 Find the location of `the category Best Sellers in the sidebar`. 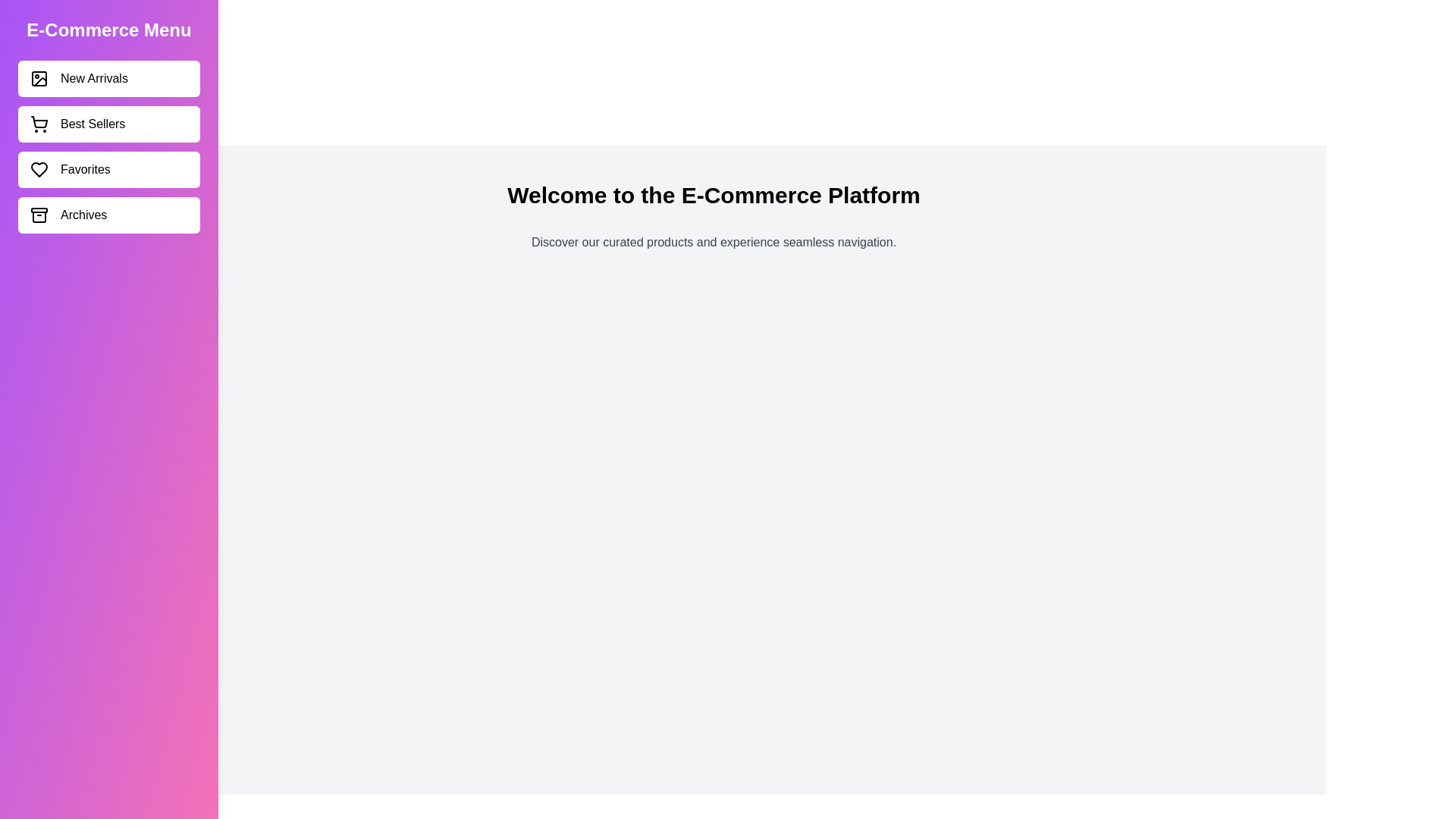

the category Best Sellers in the sidebar is located at coordinates (108, 124).